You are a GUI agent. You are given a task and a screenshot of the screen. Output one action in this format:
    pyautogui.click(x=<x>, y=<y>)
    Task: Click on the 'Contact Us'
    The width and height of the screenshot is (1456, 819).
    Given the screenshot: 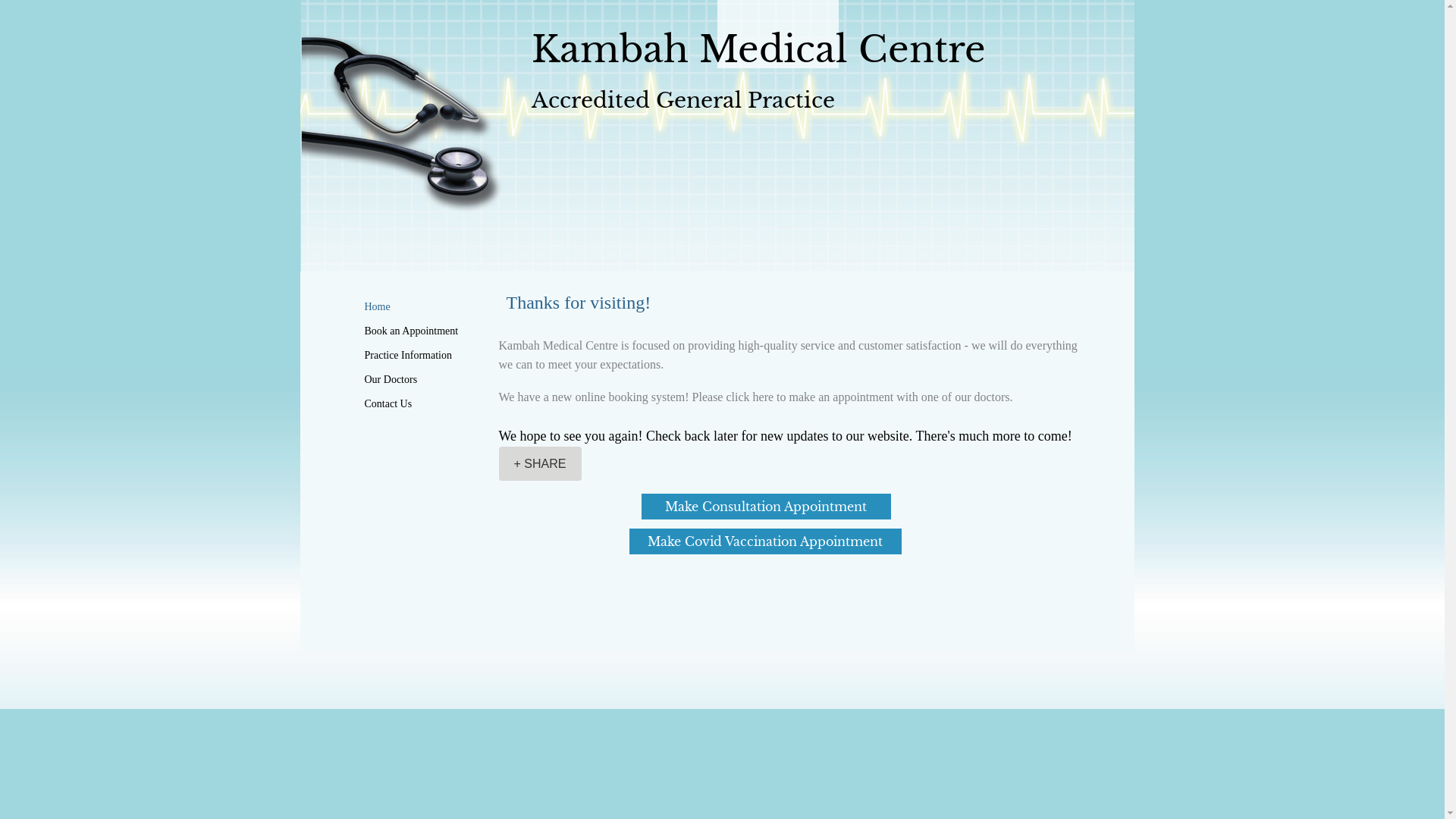 What is the action you would take?
    pyautogui.click(x=388, y=403)
    